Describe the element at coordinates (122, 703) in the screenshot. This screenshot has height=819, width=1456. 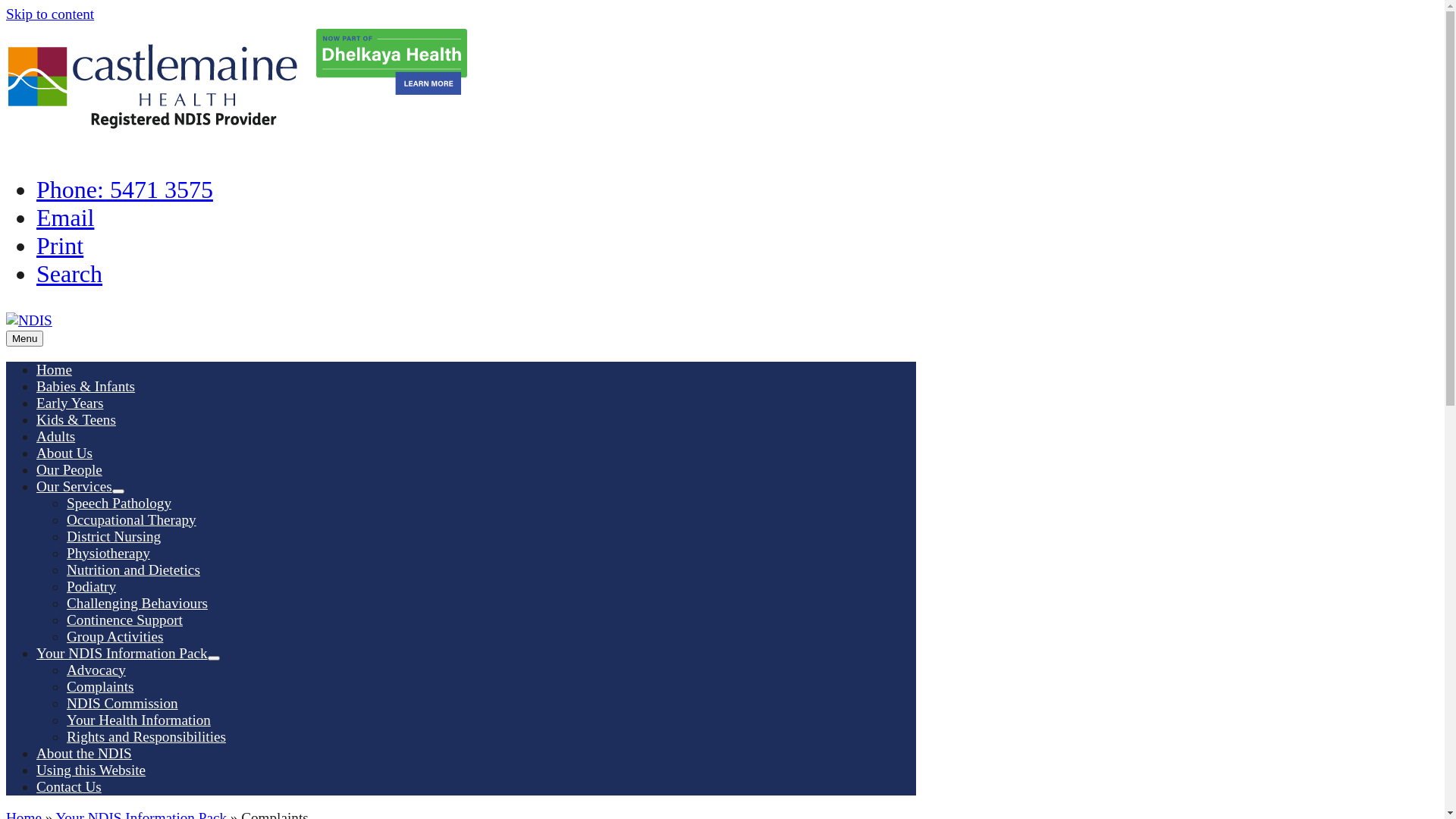
I see `'NDIS Commission'` at that location.